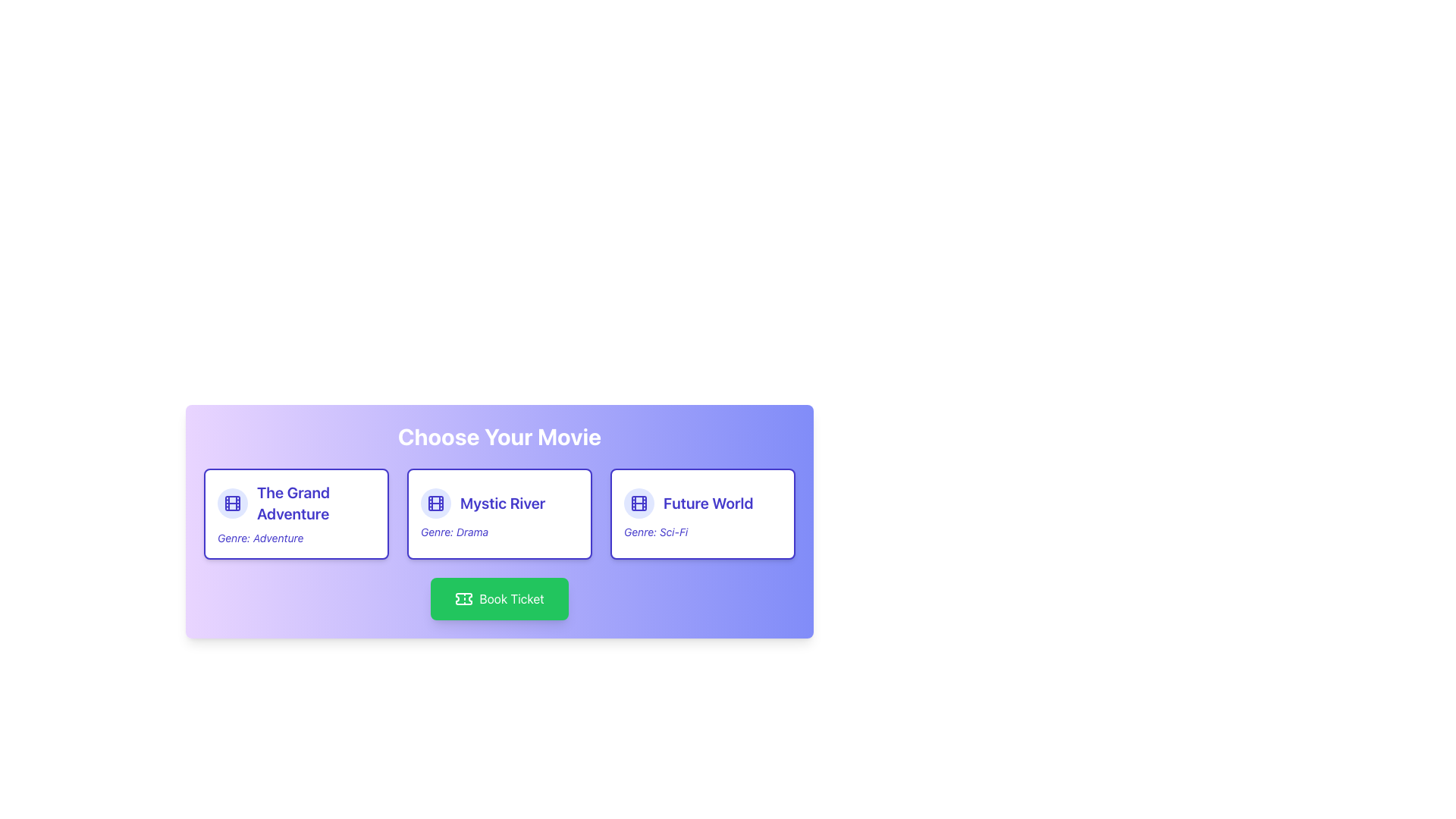 Image resolution: width=1456 pixels, height=819 pixels. I want to click on the ticket-shaped icon that is embedded within the 'Book Ticket' button, located below the three movie options, so click(463, 598).